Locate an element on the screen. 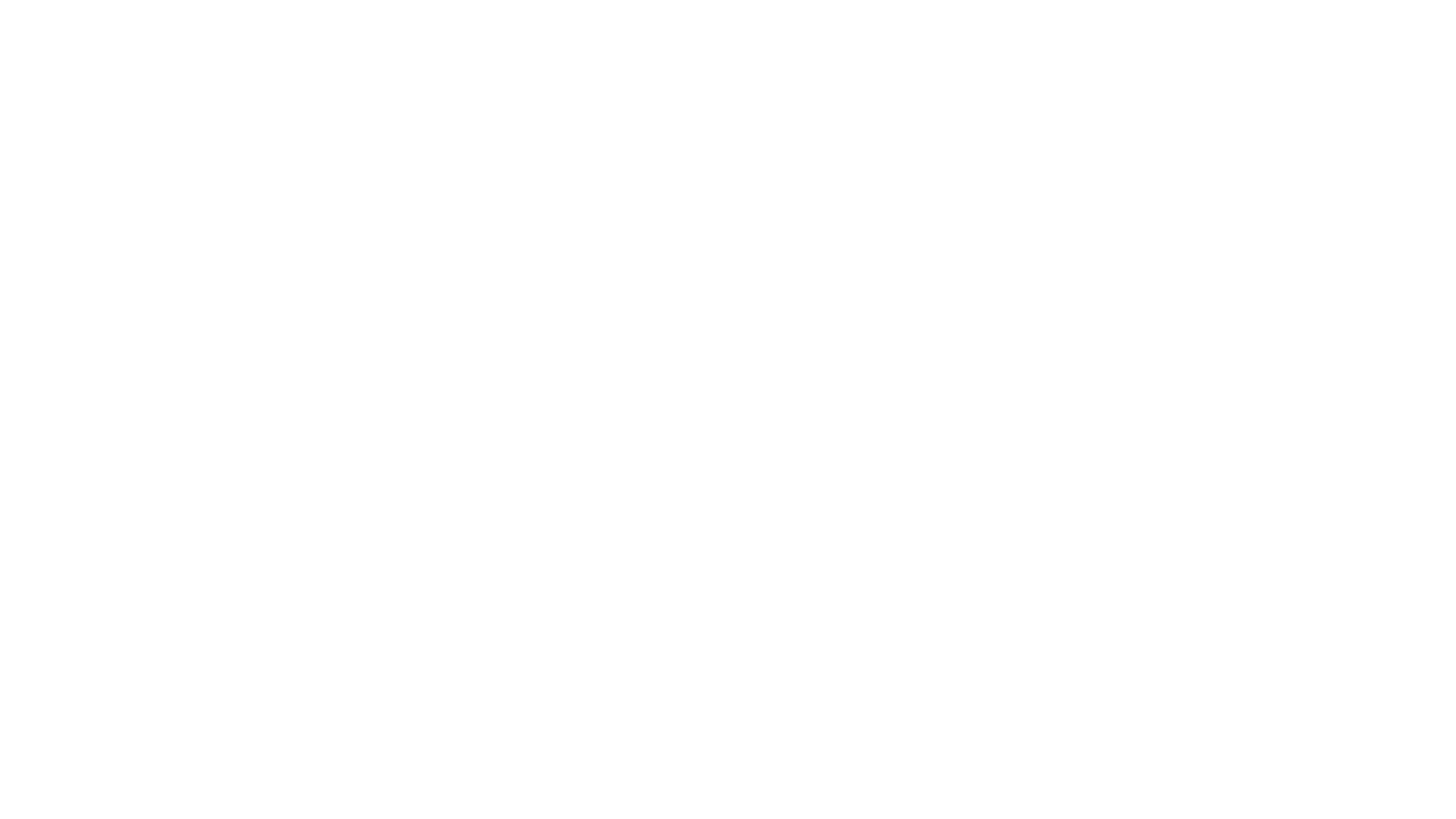 This screenshot has height=819, width=1456. Cart icon is located at coordinates (1183, 32).